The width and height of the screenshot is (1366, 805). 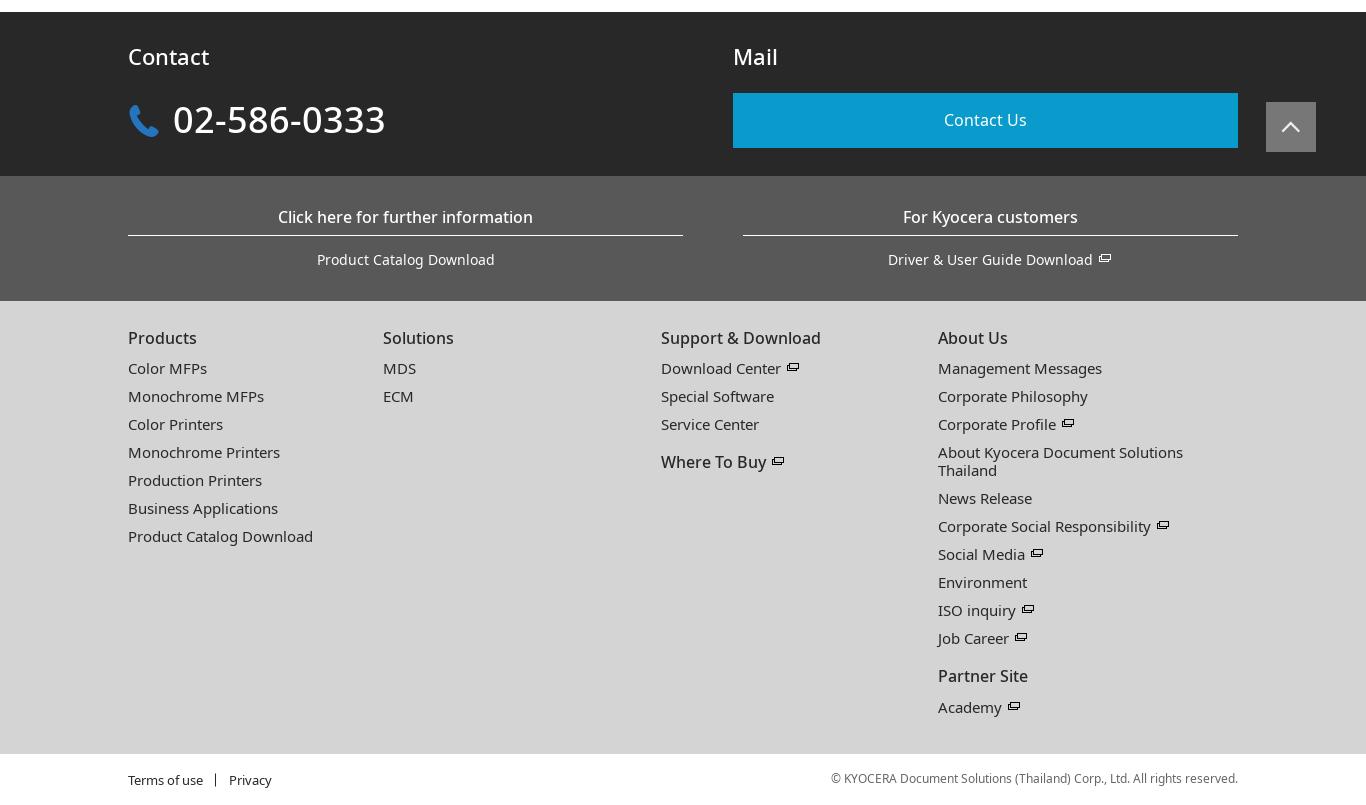 What do you see at coordinates (712, 461) in the screenshot?
I see `'Where To Buy'` at bounding box center [712, 461].